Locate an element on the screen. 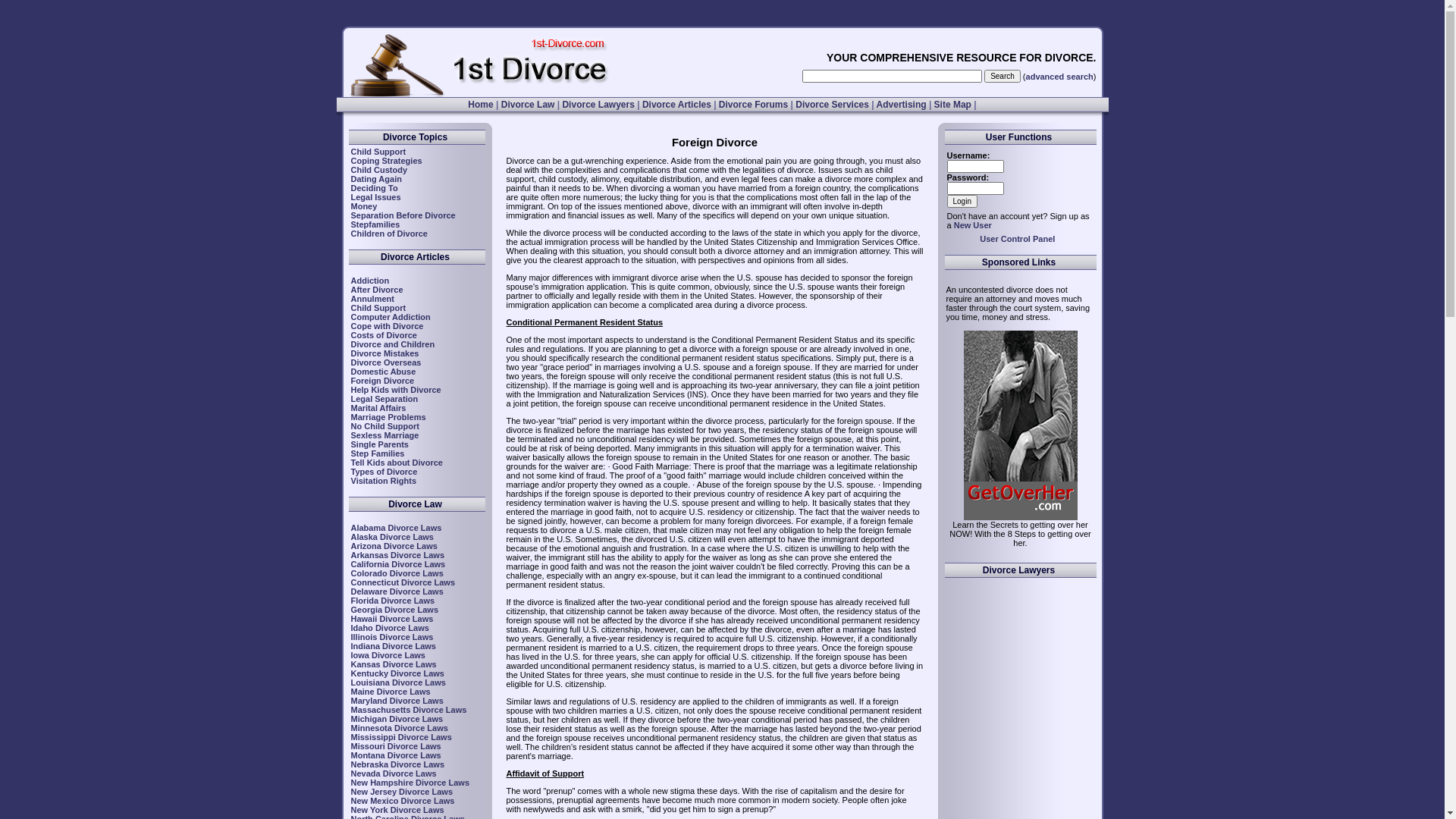  'Stepfamilies' is located at coordinates (349, 224).